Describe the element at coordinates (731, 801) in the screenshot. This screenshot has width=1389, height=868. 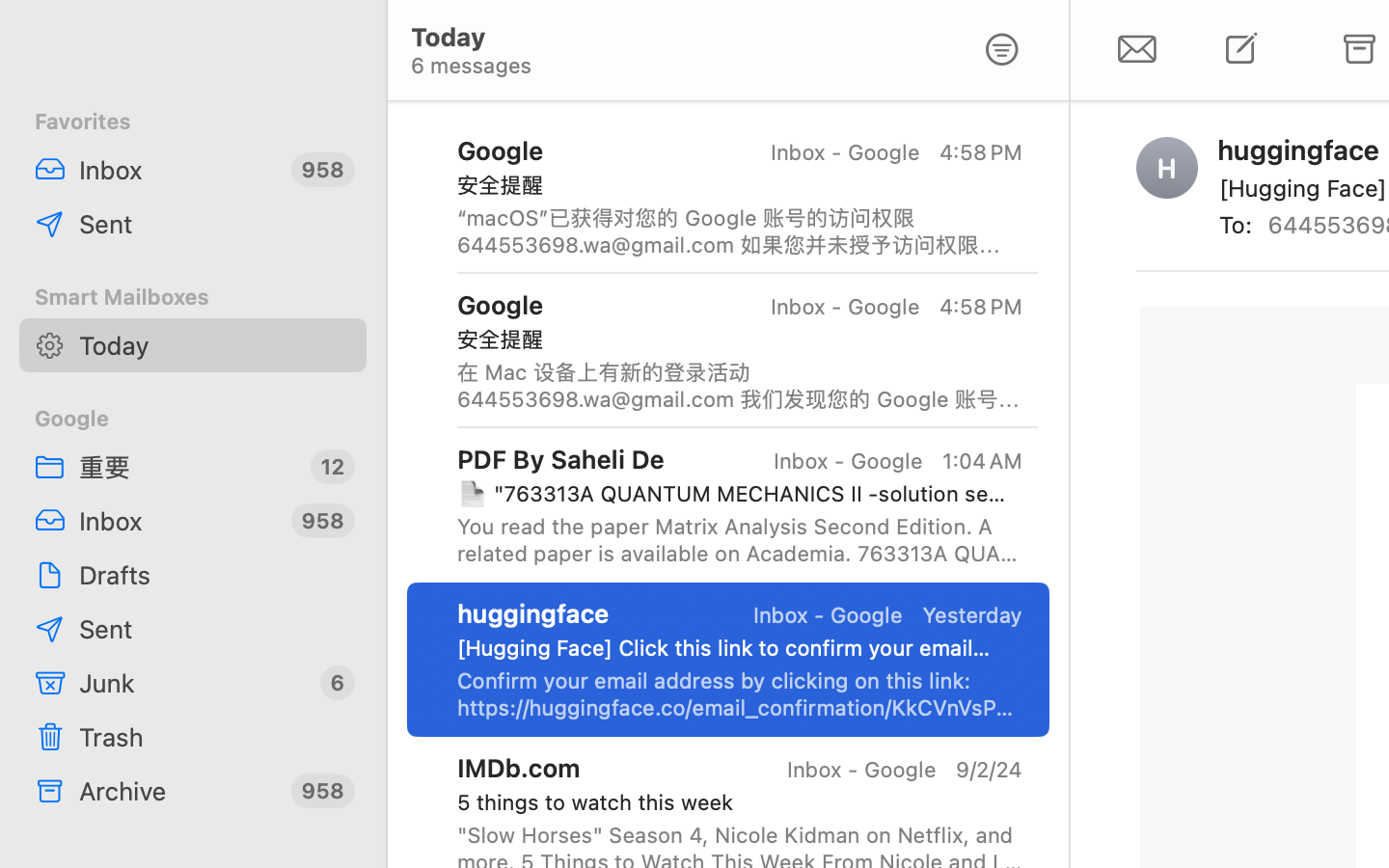
I see `'5 things to watch this week'` at that location.